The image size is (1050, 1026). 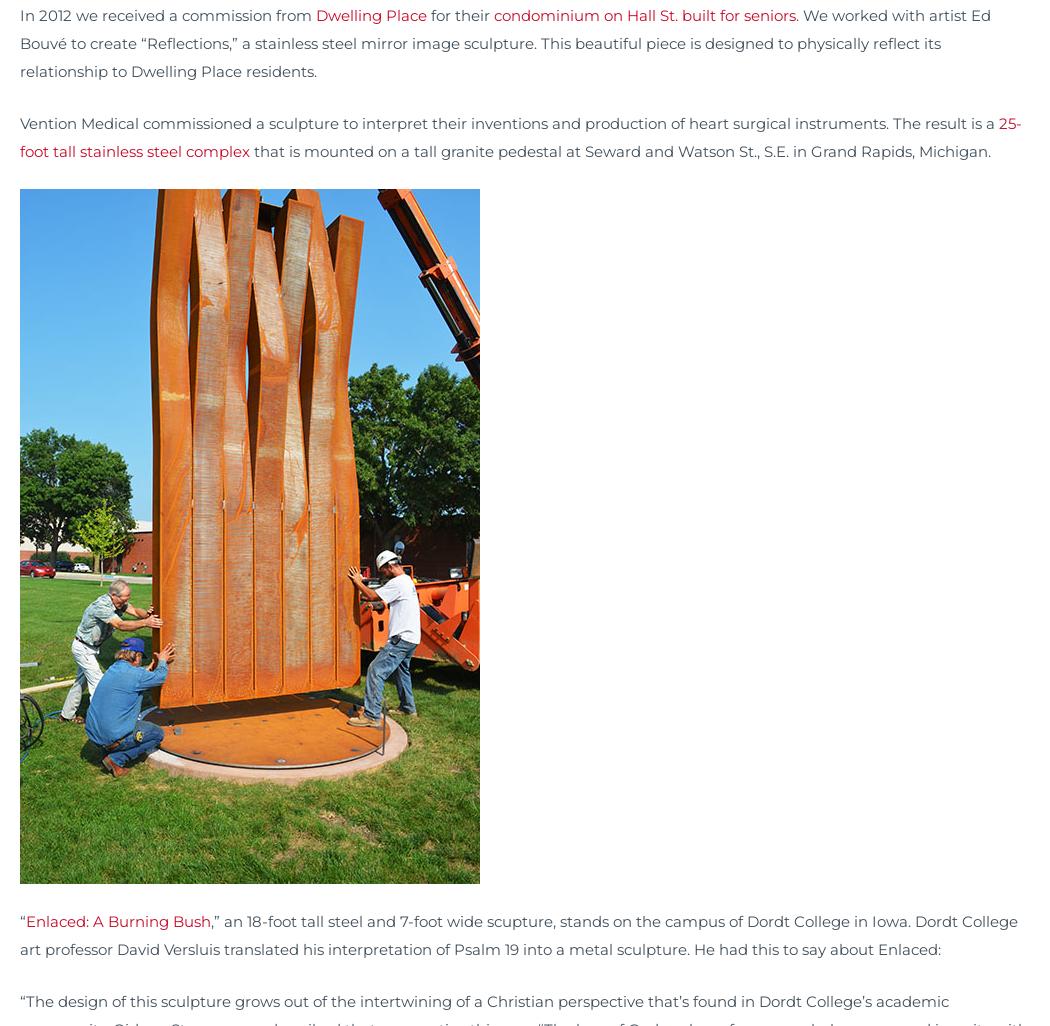 What do you see at coordinates (508, 122) in the screenshot?
I see `'Vention Medical commissioned a sculpture to interpret their inventions and production of heart surgical instruments. The result is a'` at bounding box center [508, 122].